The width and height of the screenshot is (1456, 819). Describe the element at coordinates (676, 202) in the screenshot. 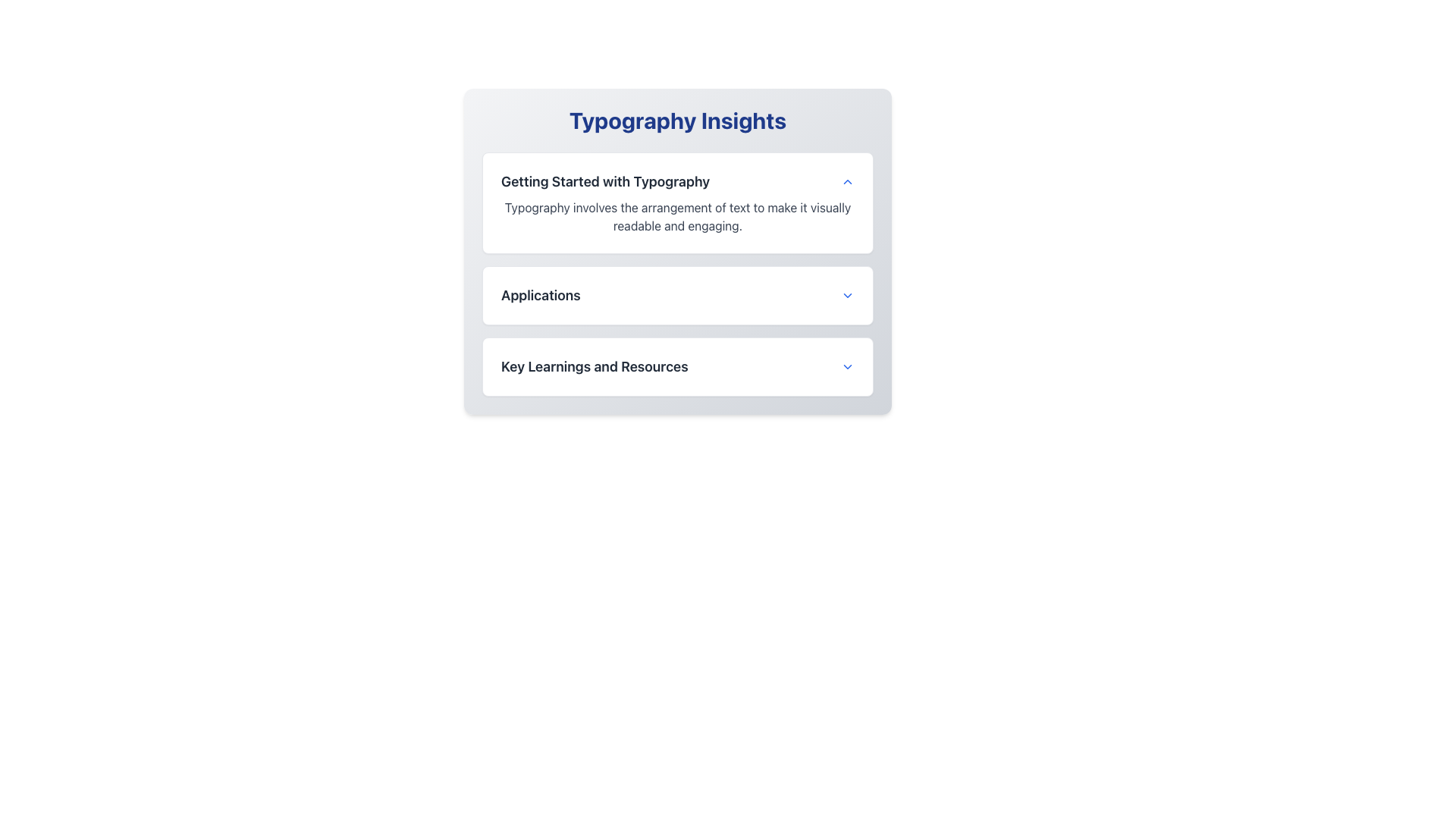

I see `text content of the first collapsible section header under the 'Typography Insights' group, which provides an overview of typography's arrangement and importance for visual readability` at that location.